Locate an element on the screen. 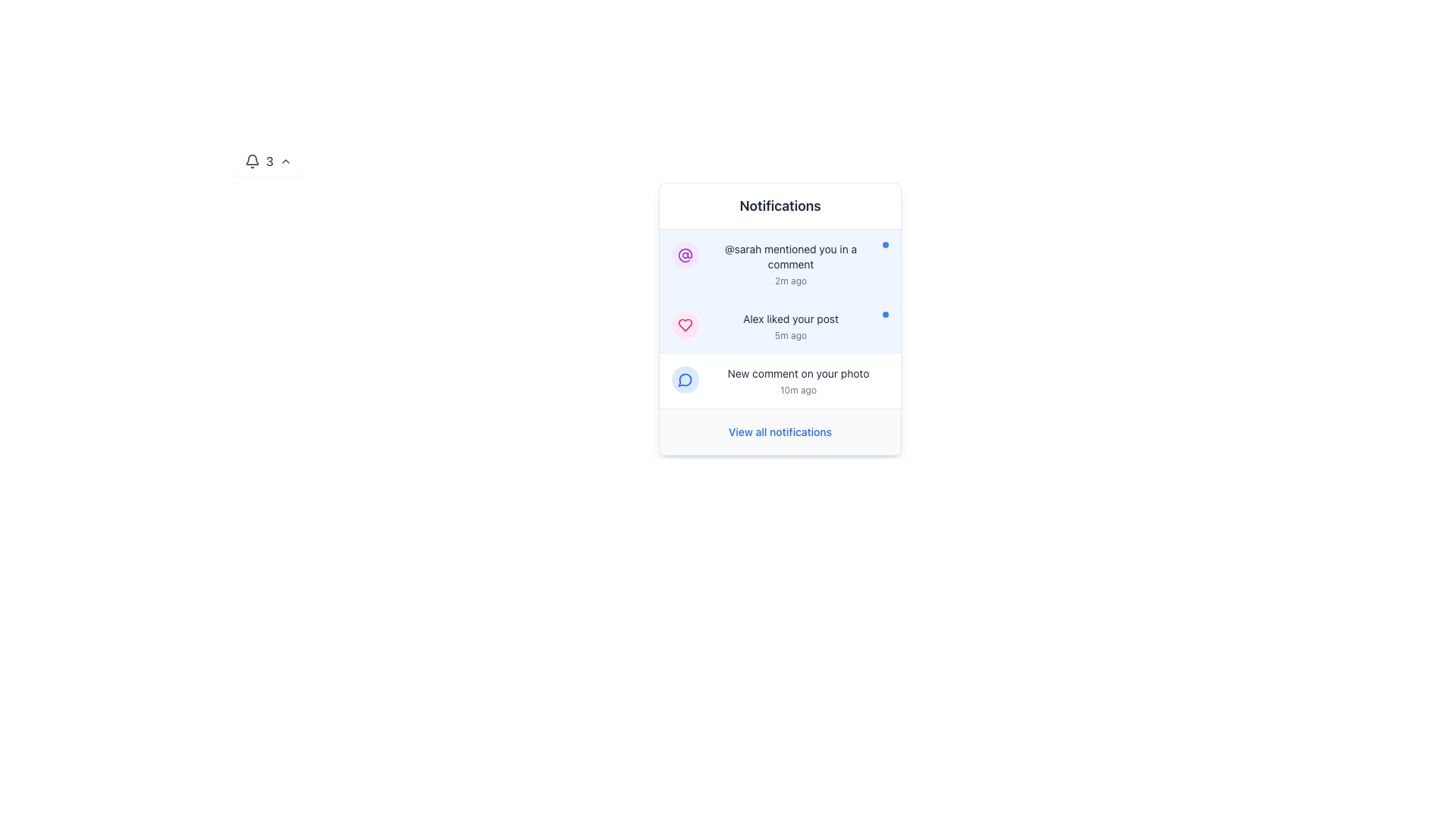 Image resolution: width=1456 pixels, height=819 pixels. the third notification item with a blue speech bubble icon and text 'New comment on your photo' is located at coordinates (780, 380).